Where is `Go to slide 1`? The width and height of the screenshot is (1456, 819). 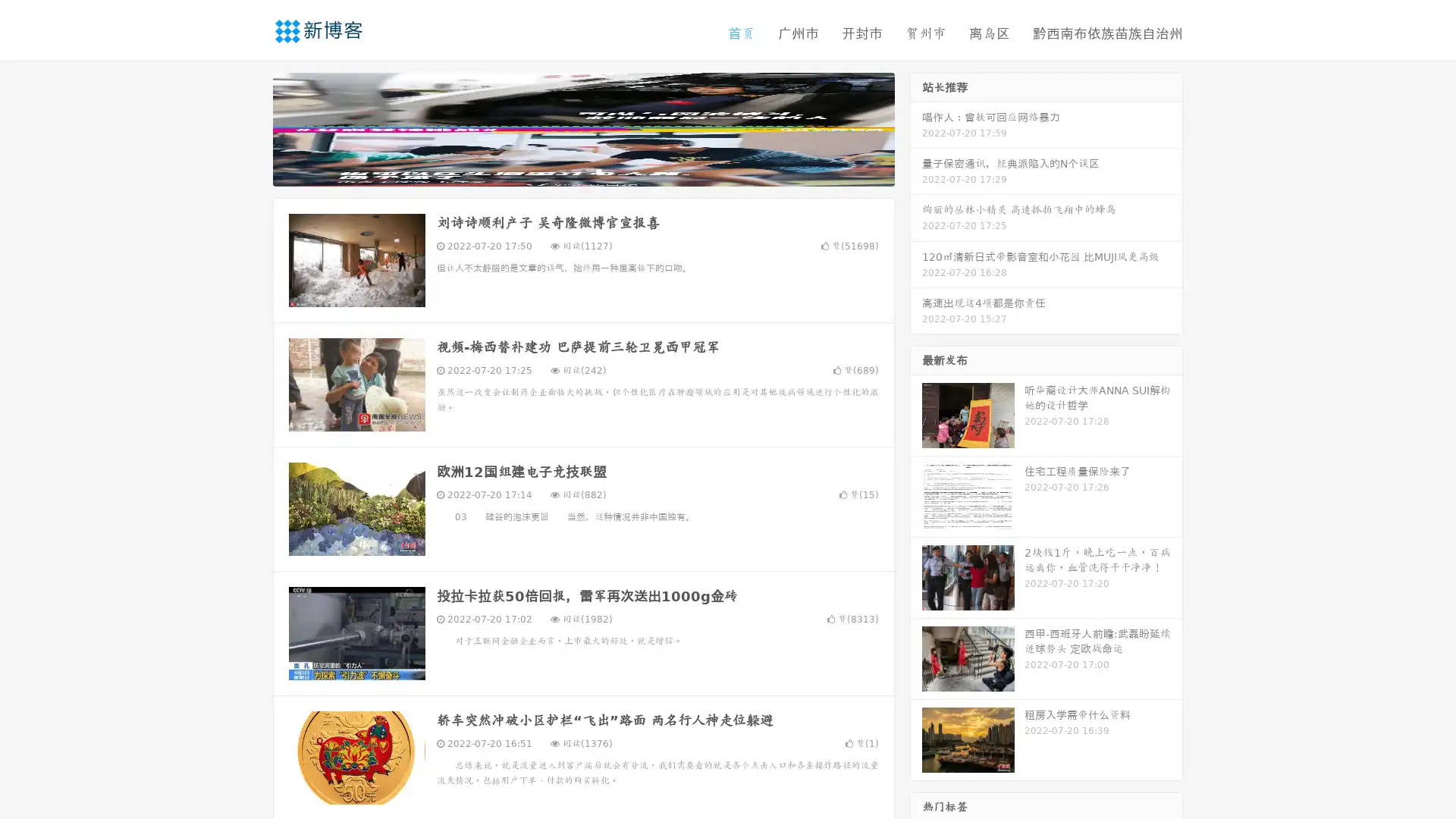 Go to slide 1 is located at coordinates (567, 171).